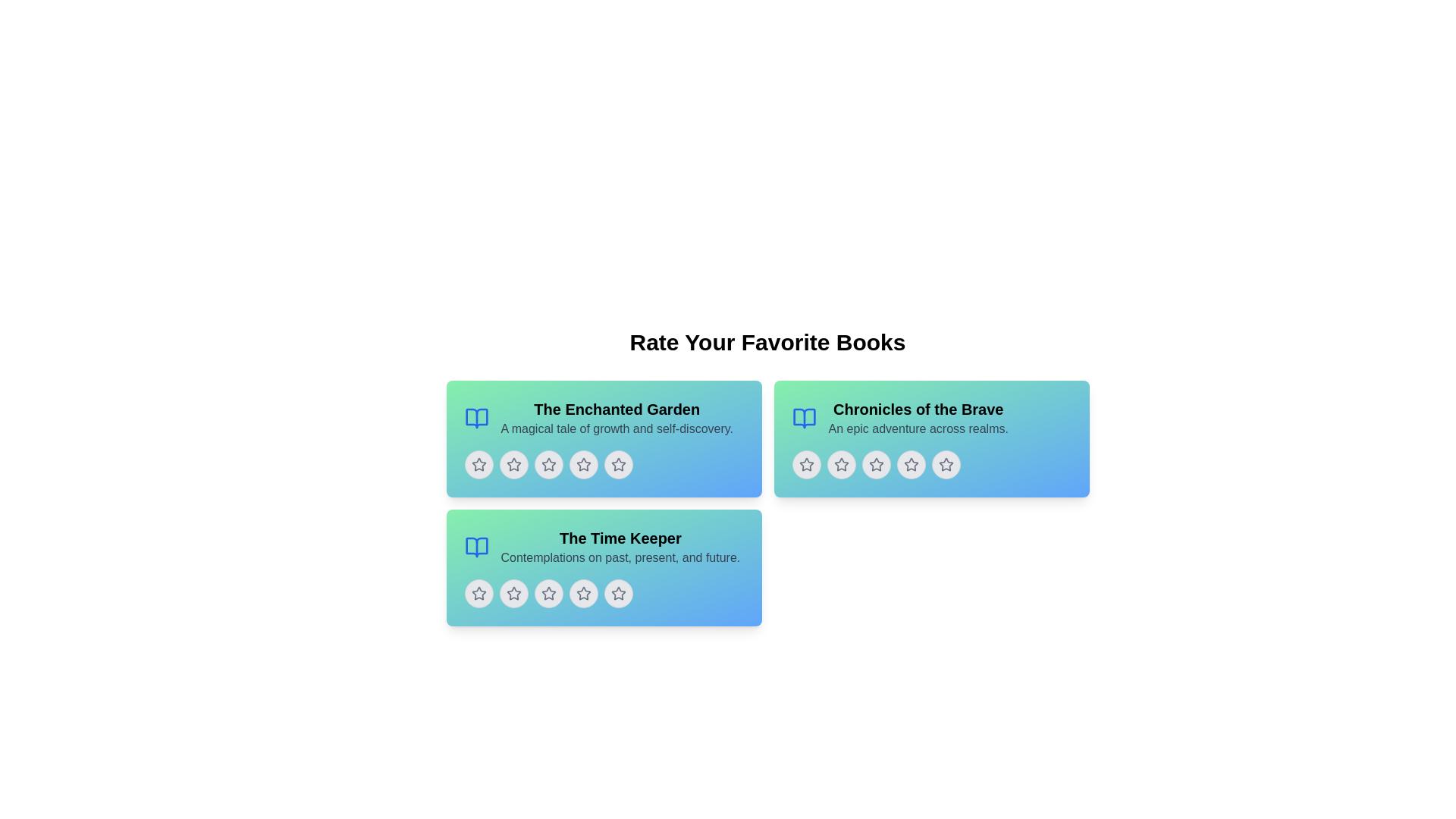  What do you see at coordinates (617, 409) in the screenshot?
I see `title text label located at the upper-left part of the card component, which precedes the subtitle 'A magical tale of growth and self-discovery.'` at bounding box center [617, 409].